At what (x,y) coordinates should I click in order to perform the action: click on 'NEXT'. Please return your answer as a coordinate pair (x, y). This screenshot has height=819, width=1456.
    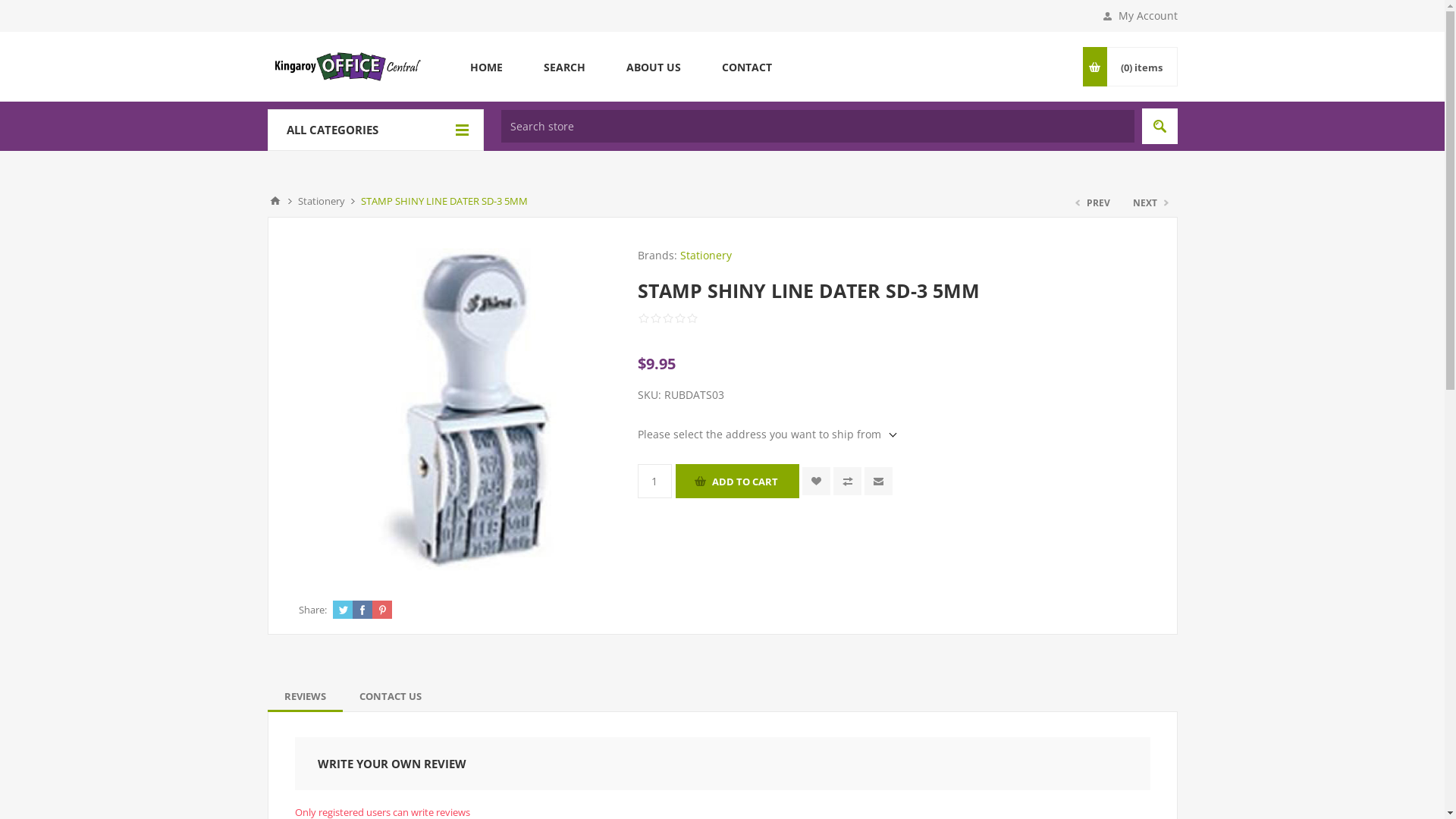
    Looking at the image, I should click on (1149, 202).